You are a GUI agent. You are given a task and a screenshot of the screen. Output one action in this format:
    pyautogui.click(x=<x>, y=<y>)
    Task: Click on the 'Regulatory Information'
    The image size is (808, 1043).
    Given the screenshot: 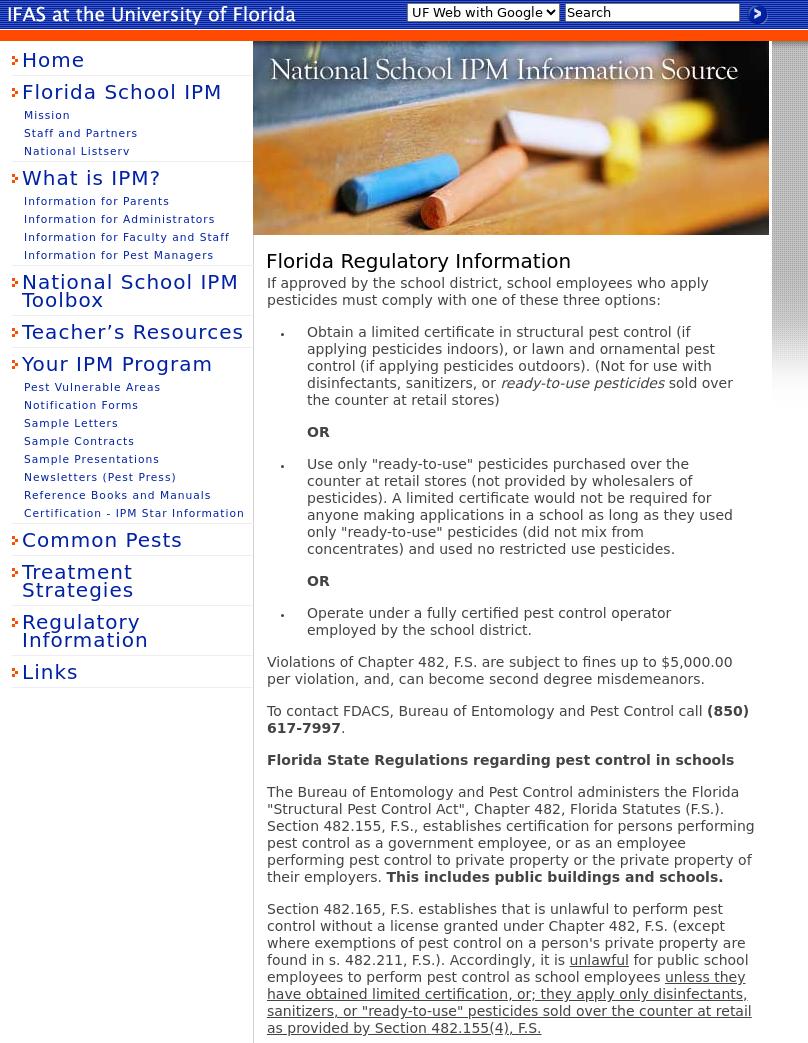 What is the action you would take?
    pyautogui.click(x=21, y=630)
    